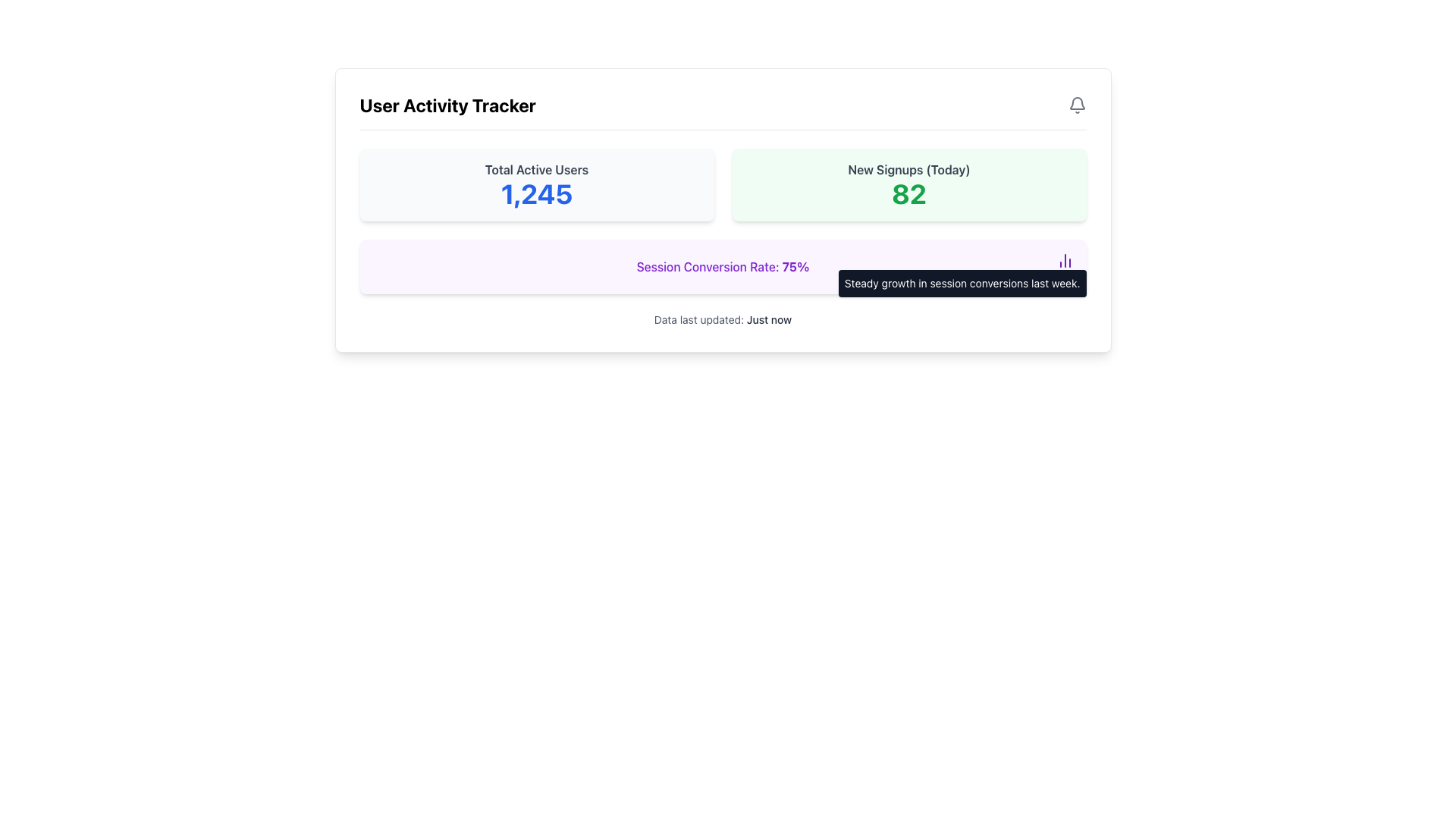 The width and height of the screenshot is (1456, 819). Describe the element at coordinates (909, 193) in the screenshot. I see `the text label displaying the number of new signups for the current day, which is located in the top-right part of the interface, below the 'New Signups (Today)' text` at that location.